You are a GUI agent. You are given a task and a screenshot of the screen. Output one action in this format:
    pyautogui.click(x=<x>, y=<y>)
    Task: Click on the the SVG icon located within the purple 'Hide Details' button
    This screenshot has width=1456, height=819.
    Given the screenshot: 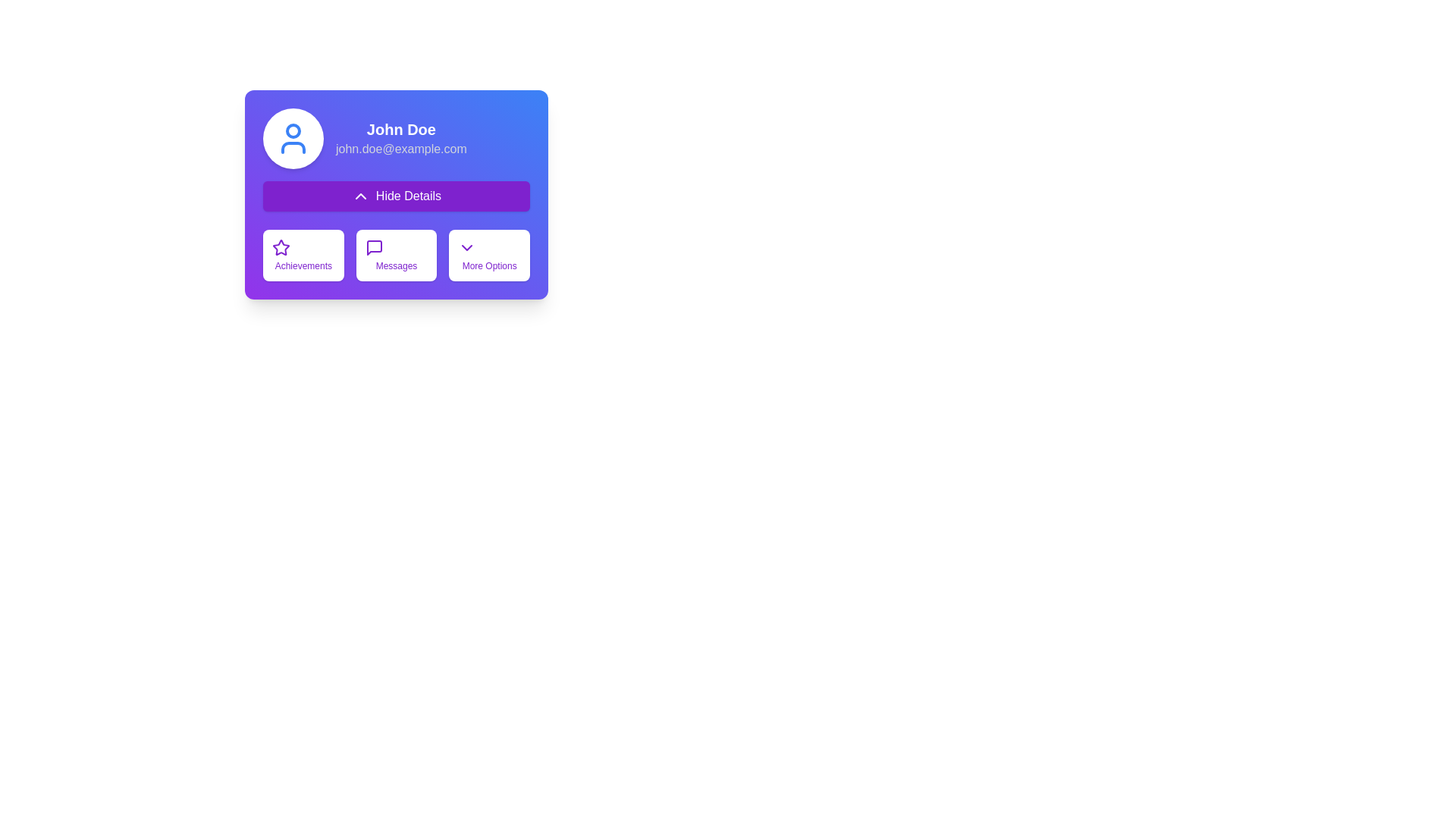 What is the action you would take?
    pyautogui.click(x=359, y=195)
    